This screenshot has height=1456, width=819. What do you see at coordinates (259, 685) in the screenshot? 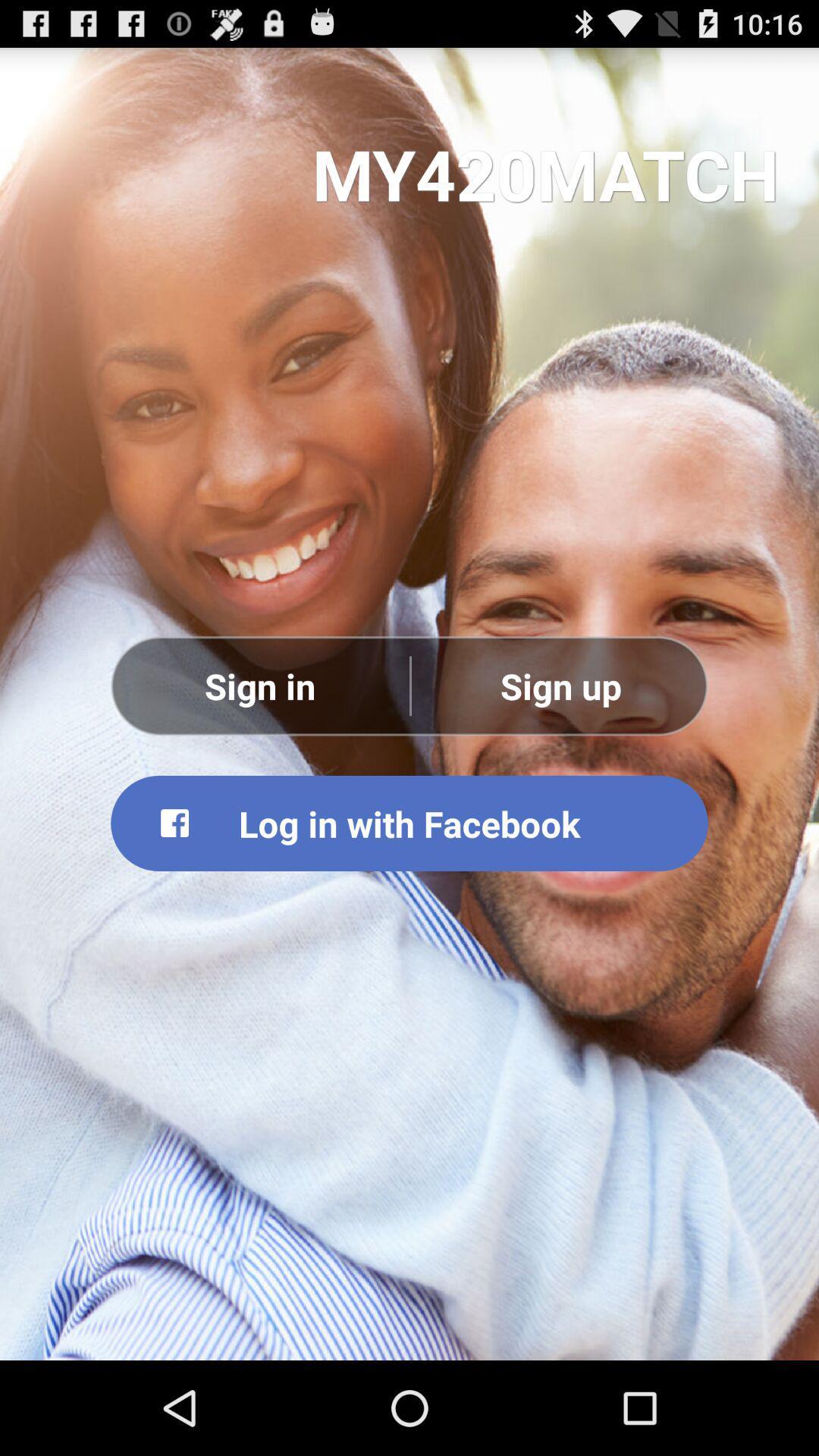
I see `the icon above log in with item` at bounding box center [259, 685].